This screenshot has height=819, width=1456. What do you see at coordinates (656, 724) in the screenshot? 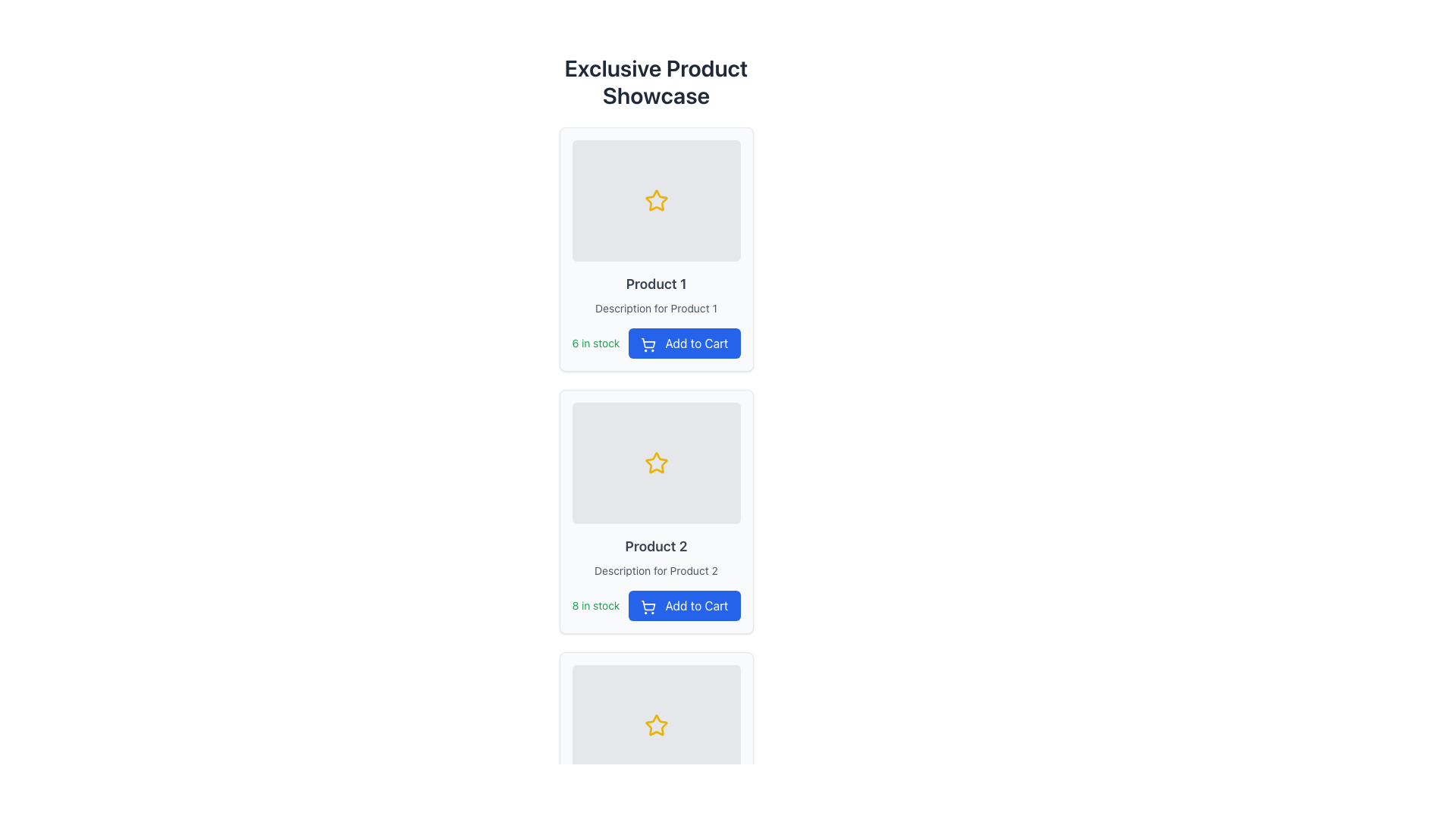
I see `the yellow star icon, which serves as a rating or favorite indicator, located centrally within the 'Product 3' card` at bounding box center [656, 724].